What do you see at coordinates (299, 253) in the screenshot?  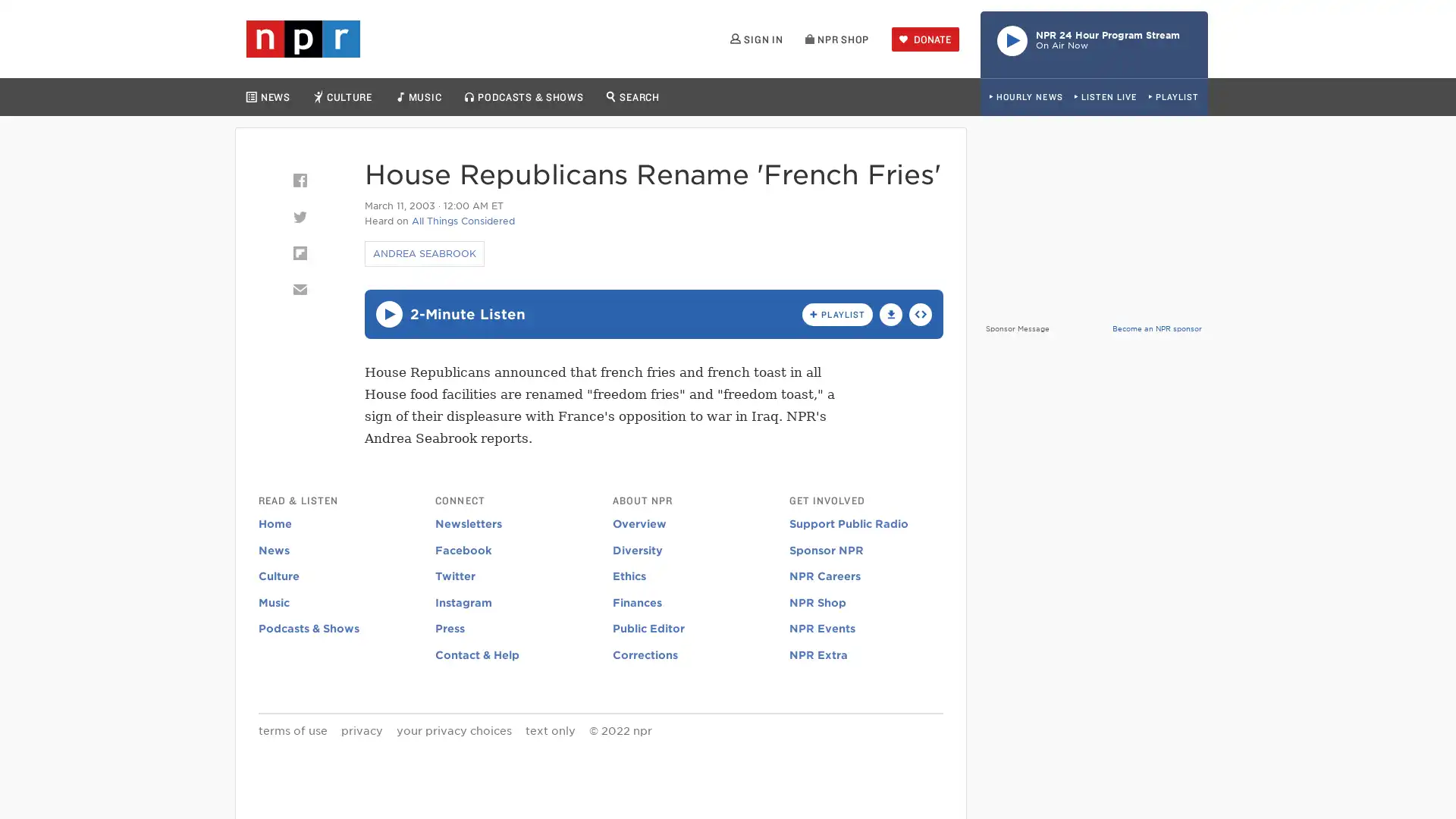 I see `Flipboard` at bounding box center [299, 253].